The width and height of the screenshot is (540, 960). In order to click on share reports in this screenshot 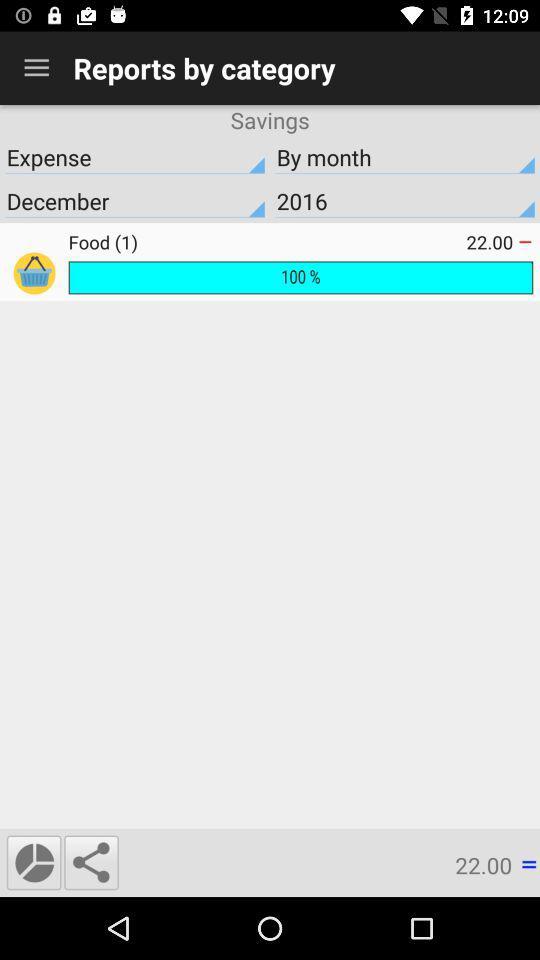, I will do `click(90, 861)`.